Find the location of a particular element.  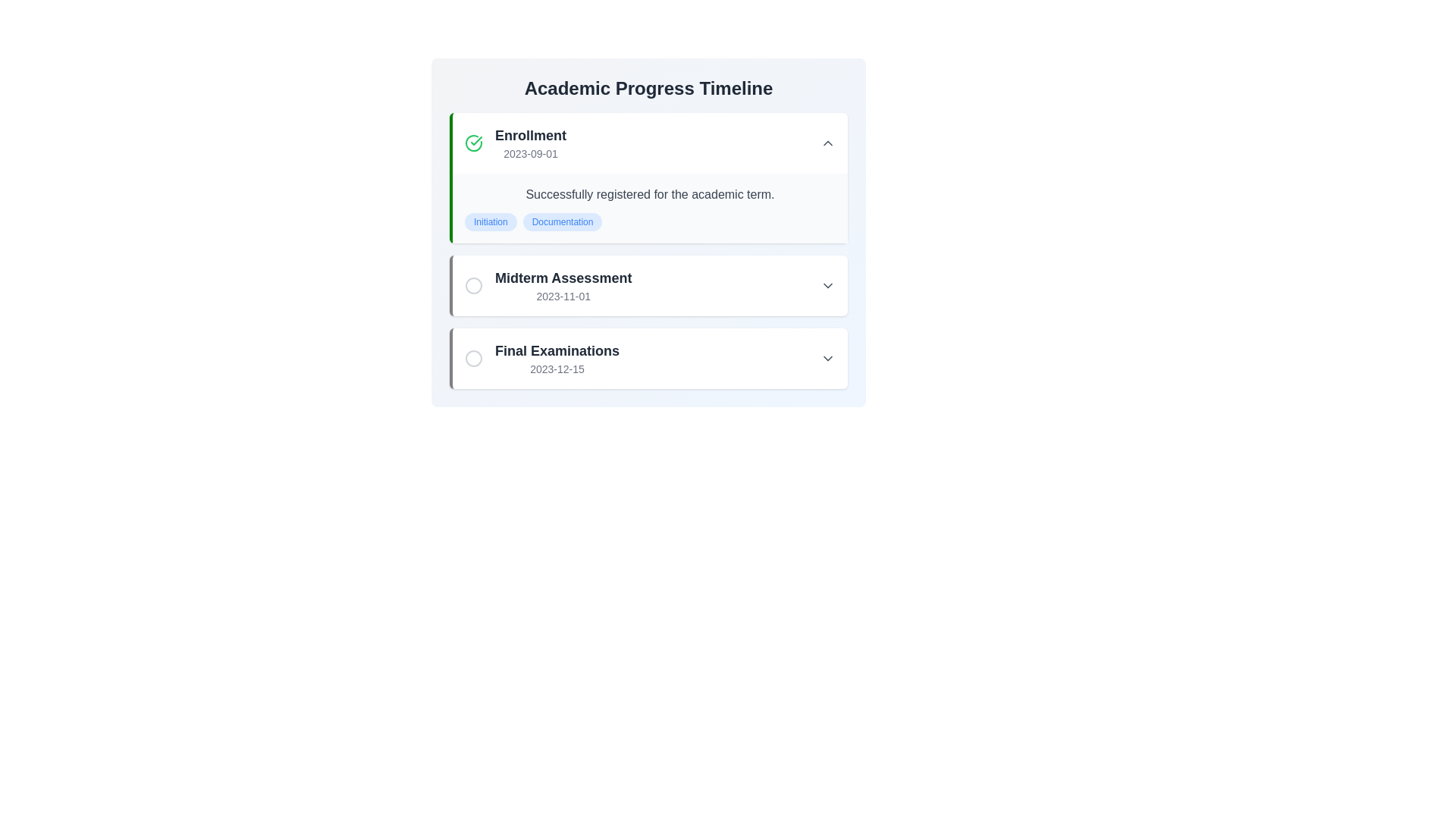

the circular gray outlined SVG icon located before the text 'Midterm Assessment 2023-11-01' in the timeline, if it is interactive is located at coordinates (472, 286).